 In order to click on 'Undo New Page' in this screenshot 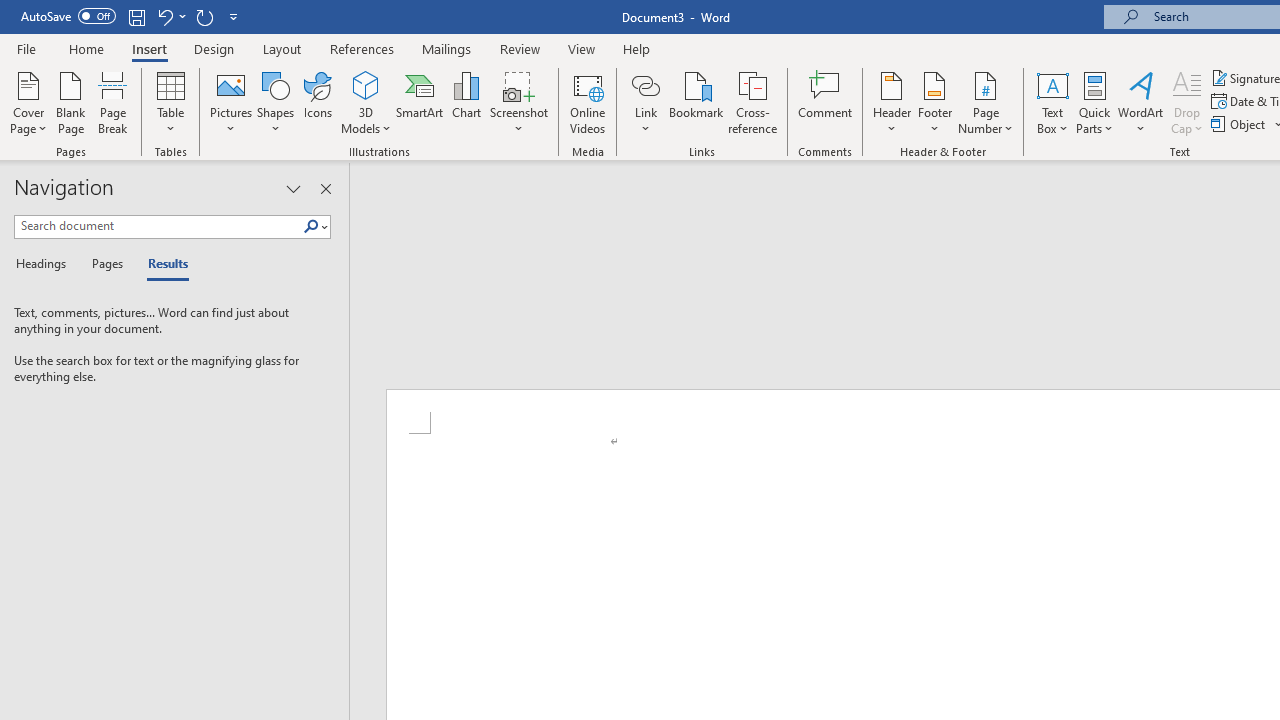, I will do `click(164, 16)`.